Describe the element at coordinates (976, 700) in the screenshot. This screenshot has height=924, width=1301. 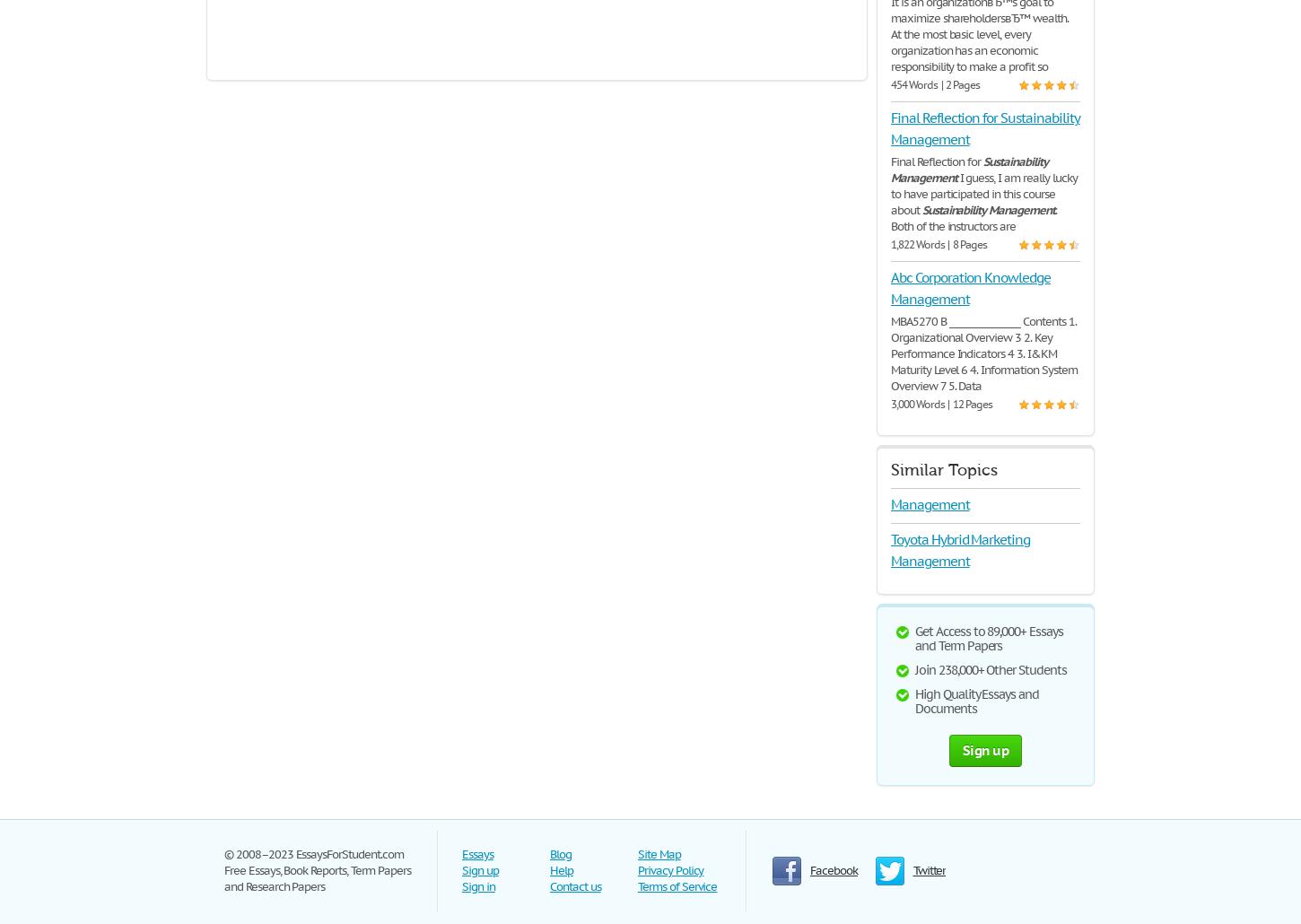
I see `'High Quality Essays and Documents'` at that location.